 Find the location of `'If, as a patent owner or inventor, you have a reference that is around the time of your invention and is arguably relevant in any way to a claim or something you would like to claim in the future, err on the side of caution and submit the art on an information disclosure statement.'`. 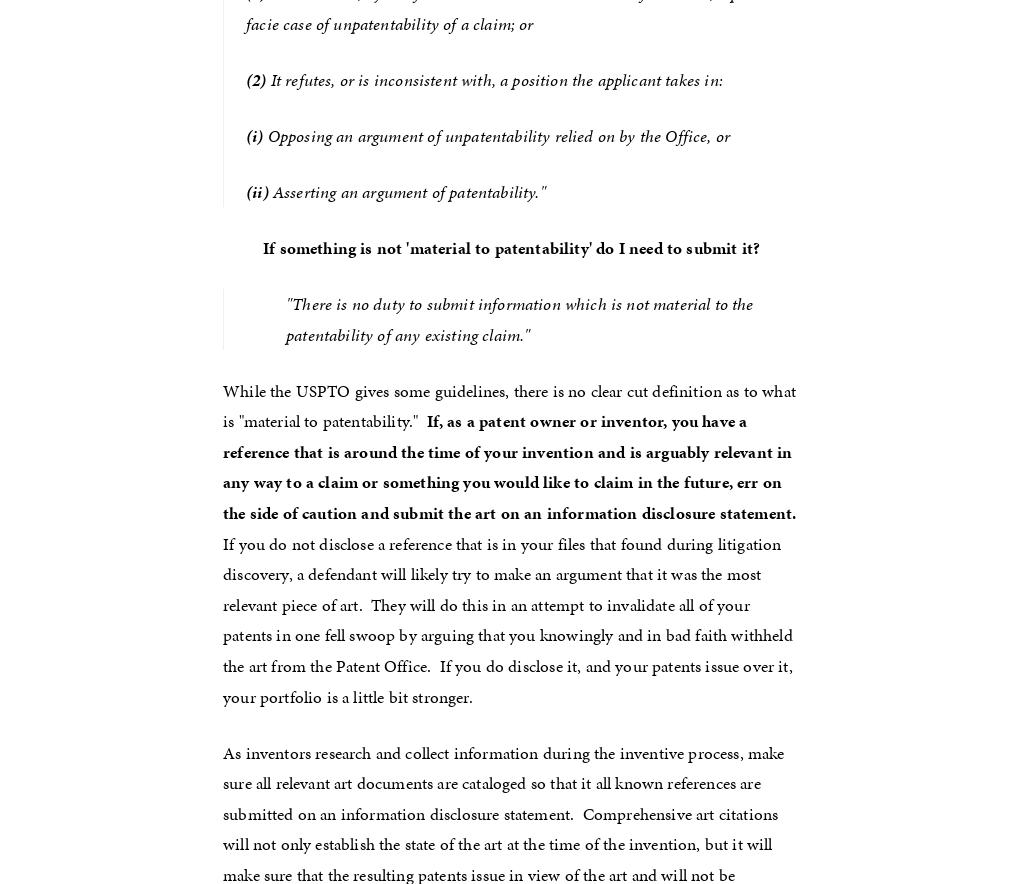

'If, as a patent owner or inventor, you have a reference that is around the time of your invention and is arguably relevant in any way to a claim or something you would like to claim in the future, err on the side of caution and submit the art on an information disclosure statement.' is located at coordinates (510, 467).